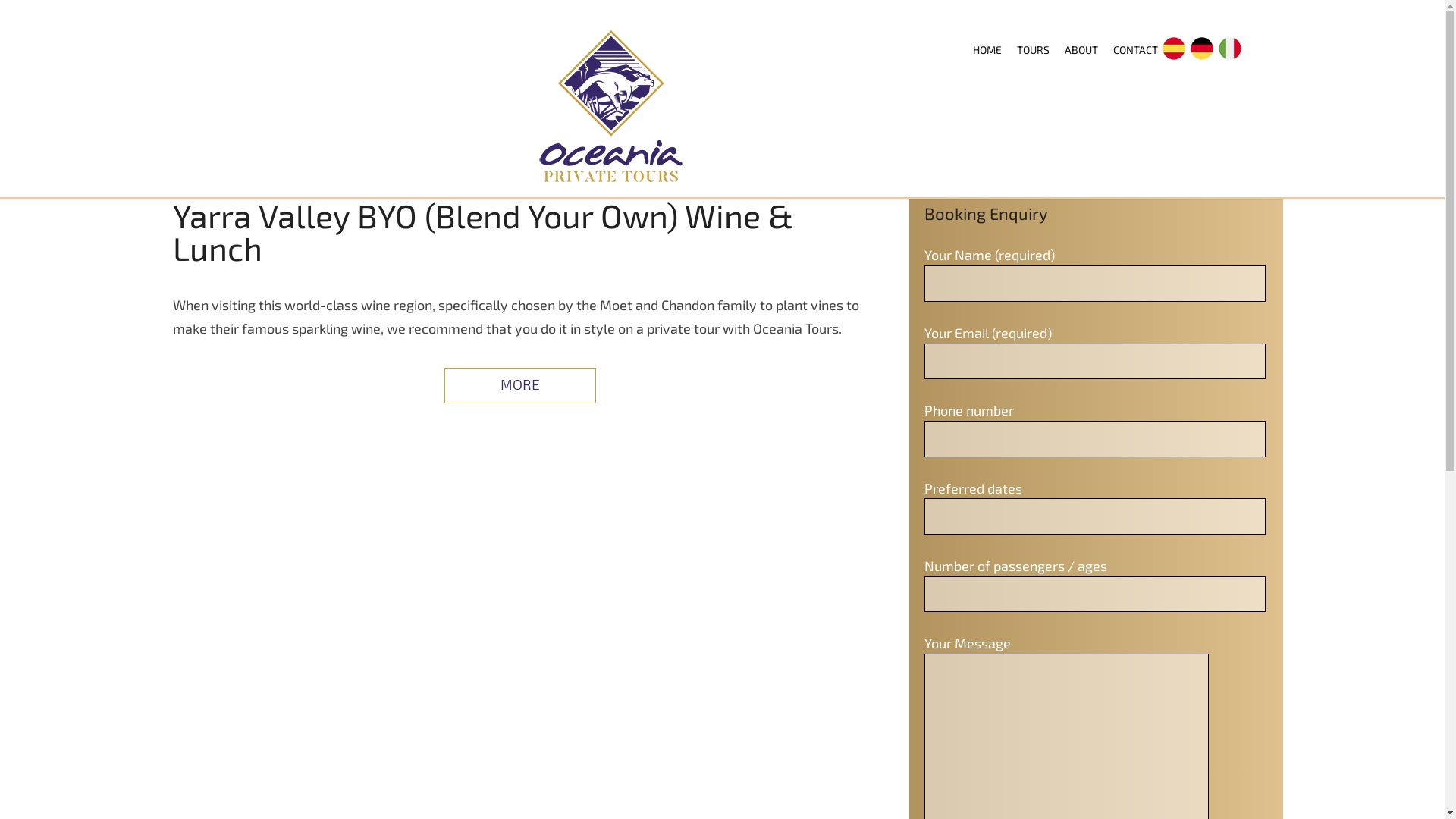 This screenshot has height=819, width=1456. Describe the element at coordinates (1073, 49) in the screenshot. I see `'ABOUT'` at that location.